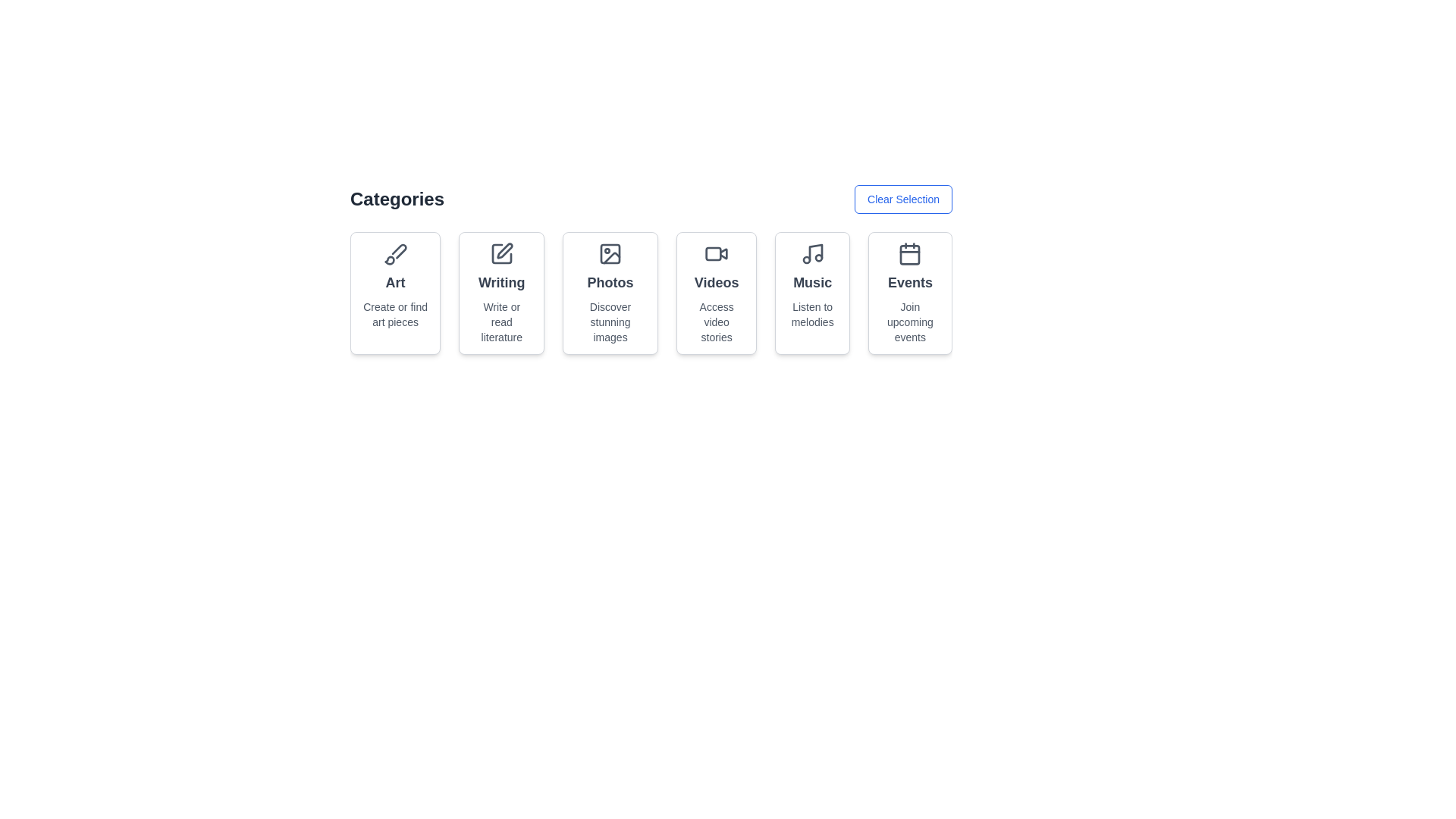 This screenshot has width=1456, height=819. I want to click on the text label that reads 'Create or find art pieces', which is located beneath the title 'Art' in the card-like layout, so click(395, 314).